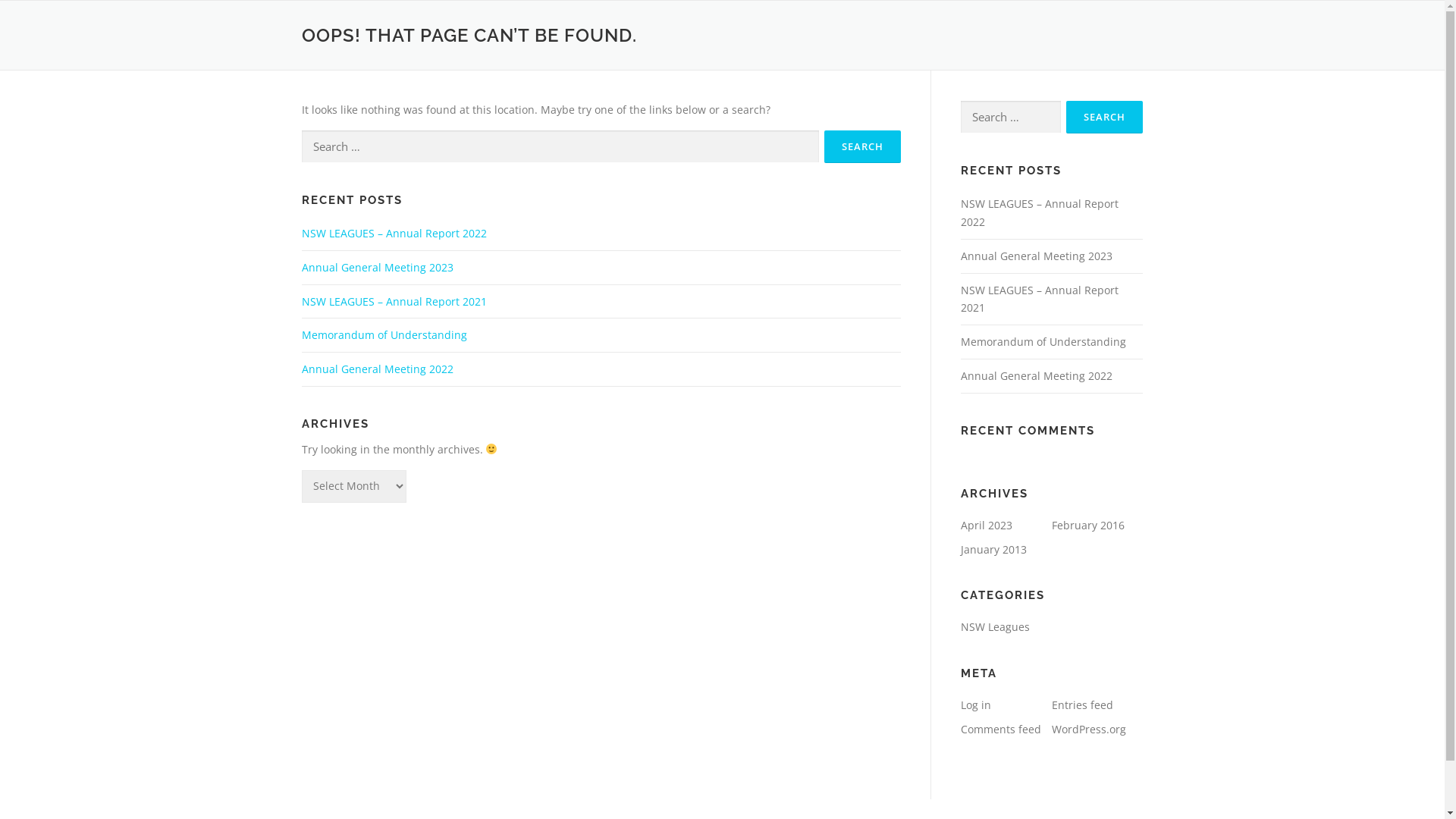 This screenshot has height=819, width=1456. Describe the element at coordinates (986, 524) in the screenshot. I see `'April 2023'` at that location.